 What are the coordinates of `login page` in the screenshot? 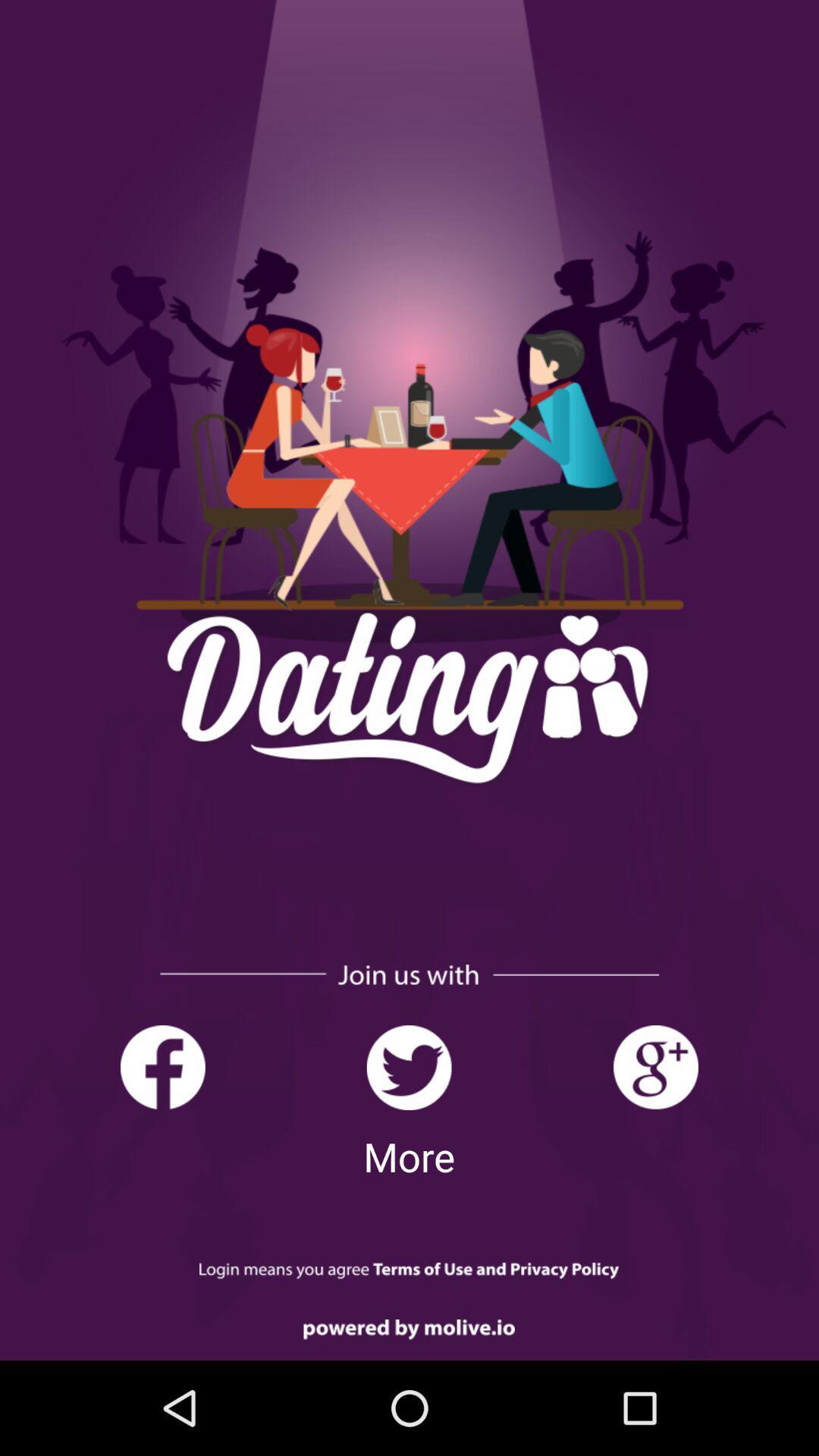 It's located at (408, 1271).